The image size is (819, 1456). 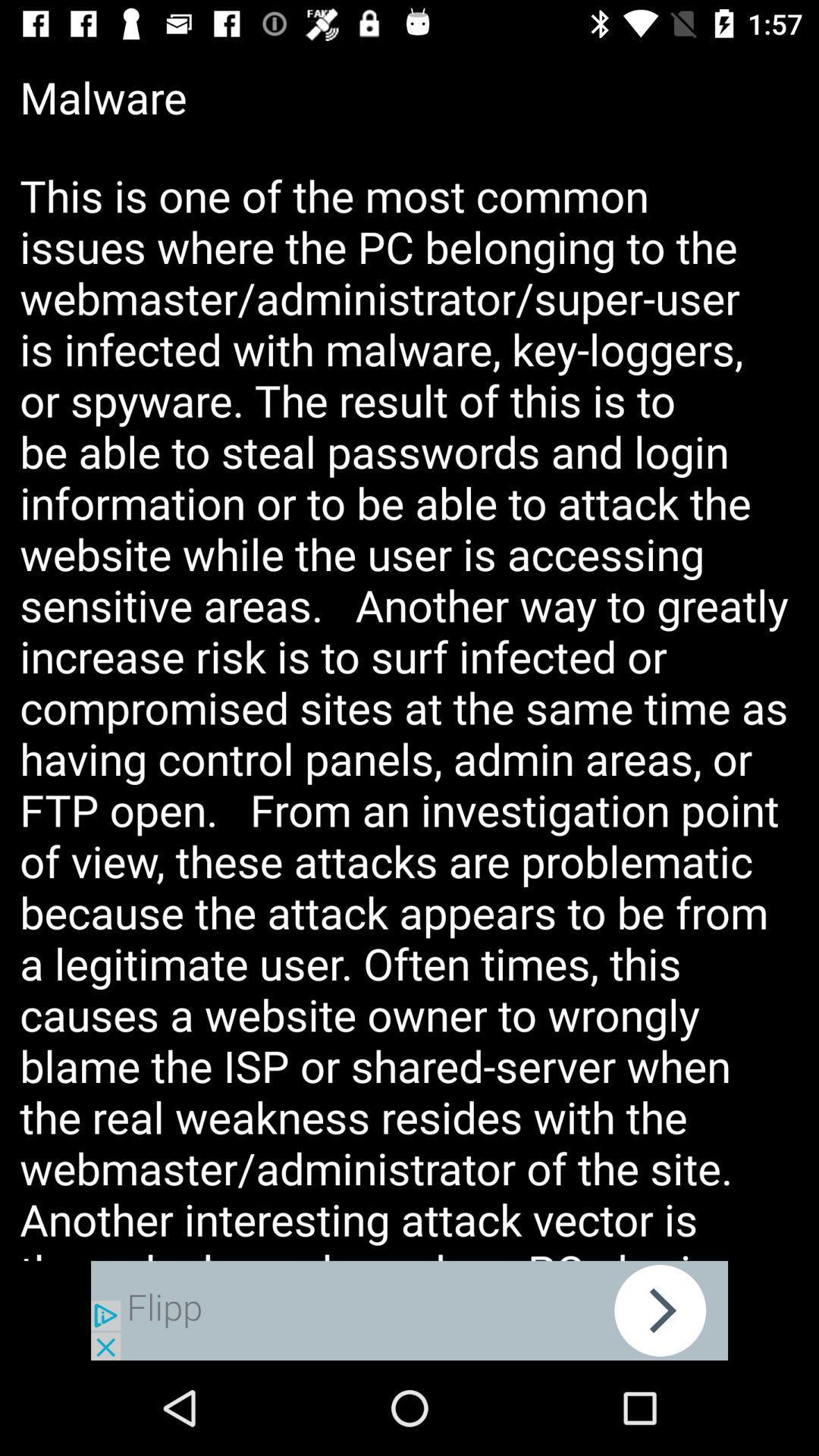 What do you see at coordinates (409, 1310) in the screenshot?
I see `advertisements` at bounding box center [409, 1310].